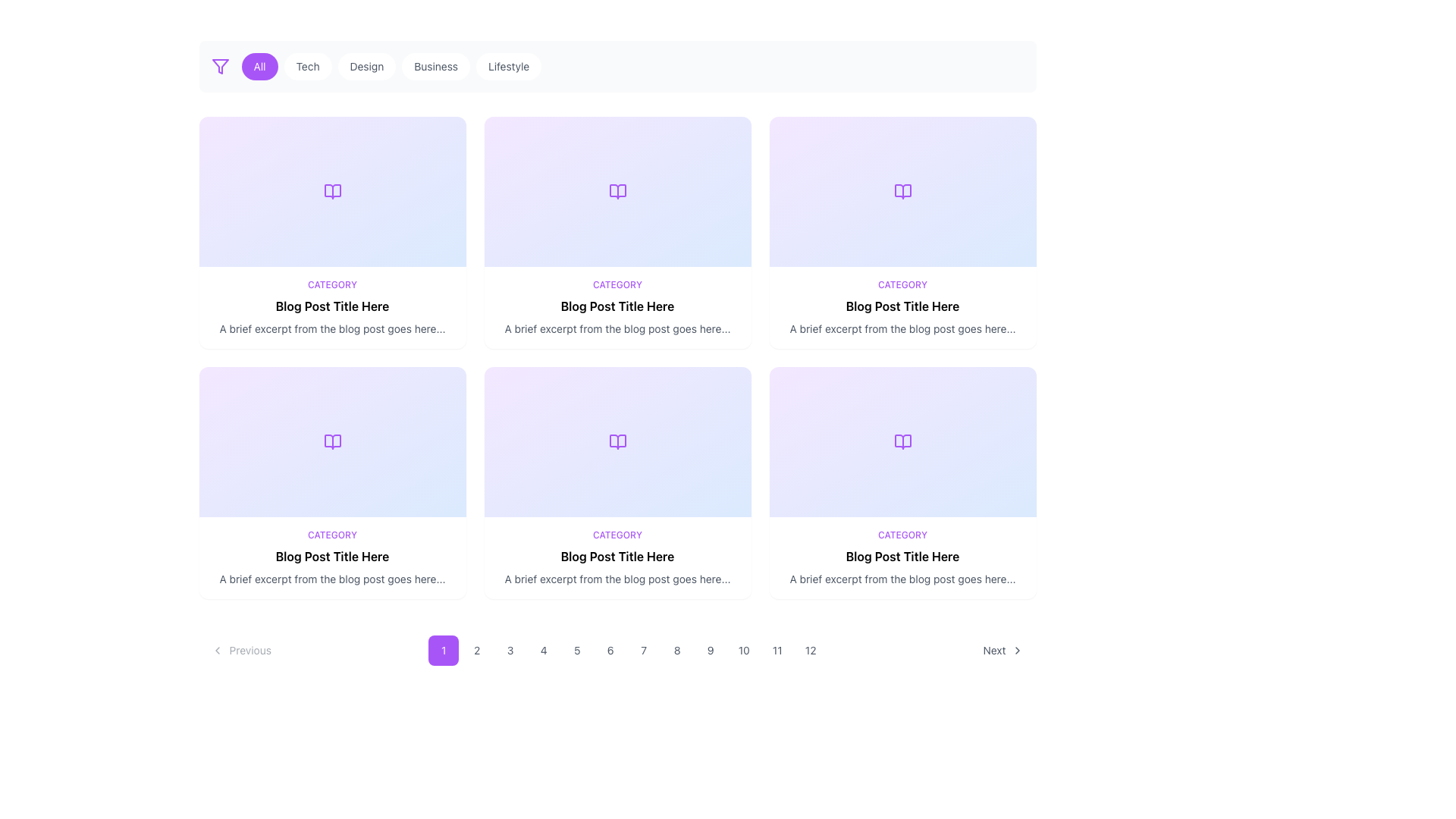 Image resolution: width=1456 pixels, height=819 pixels. Describe the element at coordinates (617, 441) in the screenshot. I see `the graphic component with a gradient background and a purple book icon located in the second column of the second row of the grid layout` at that location.